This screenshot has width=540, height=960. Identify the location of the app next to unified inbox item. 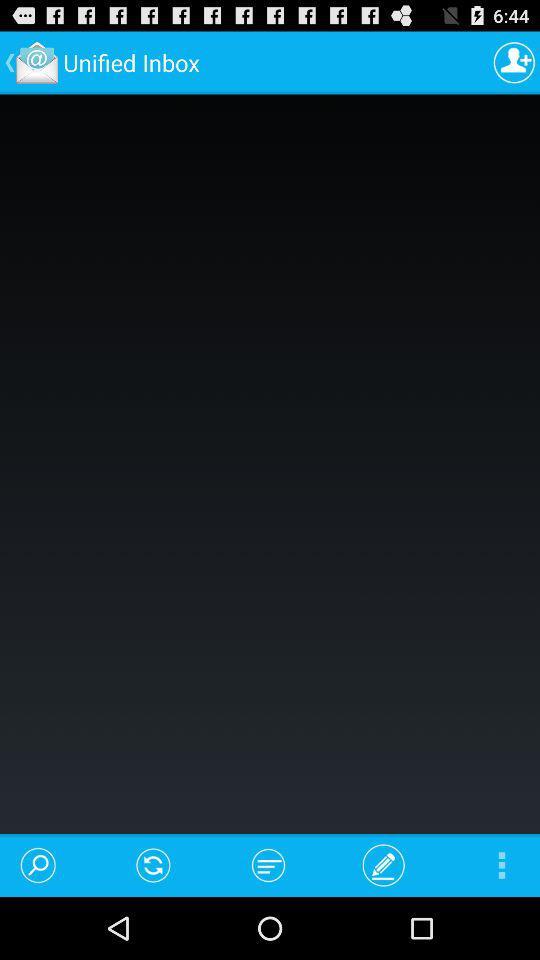
(514, 62).